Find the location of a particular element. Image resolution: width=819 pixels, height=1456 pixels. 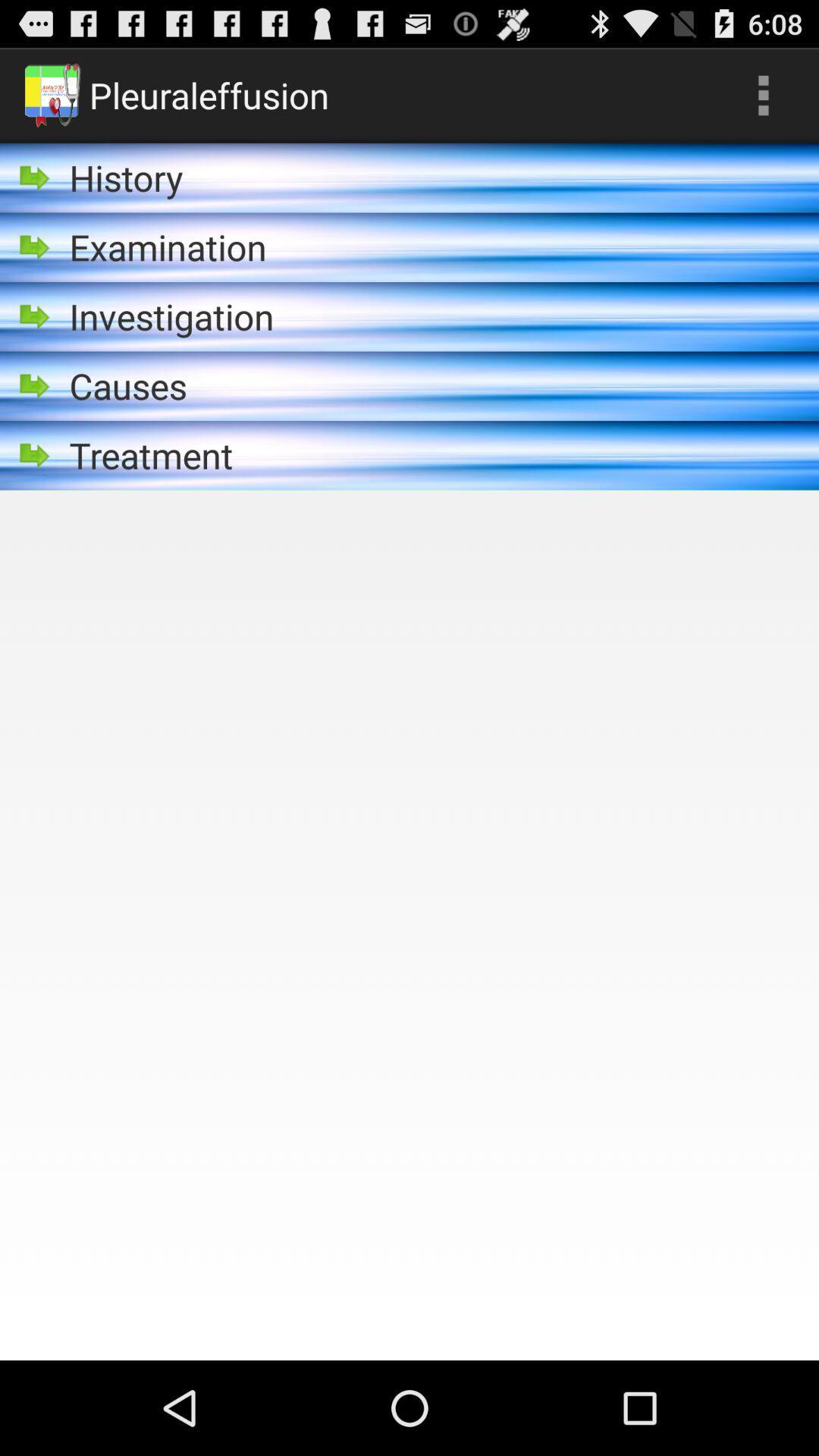

goto the icon beside of causes is located at coordinates (35, 385).